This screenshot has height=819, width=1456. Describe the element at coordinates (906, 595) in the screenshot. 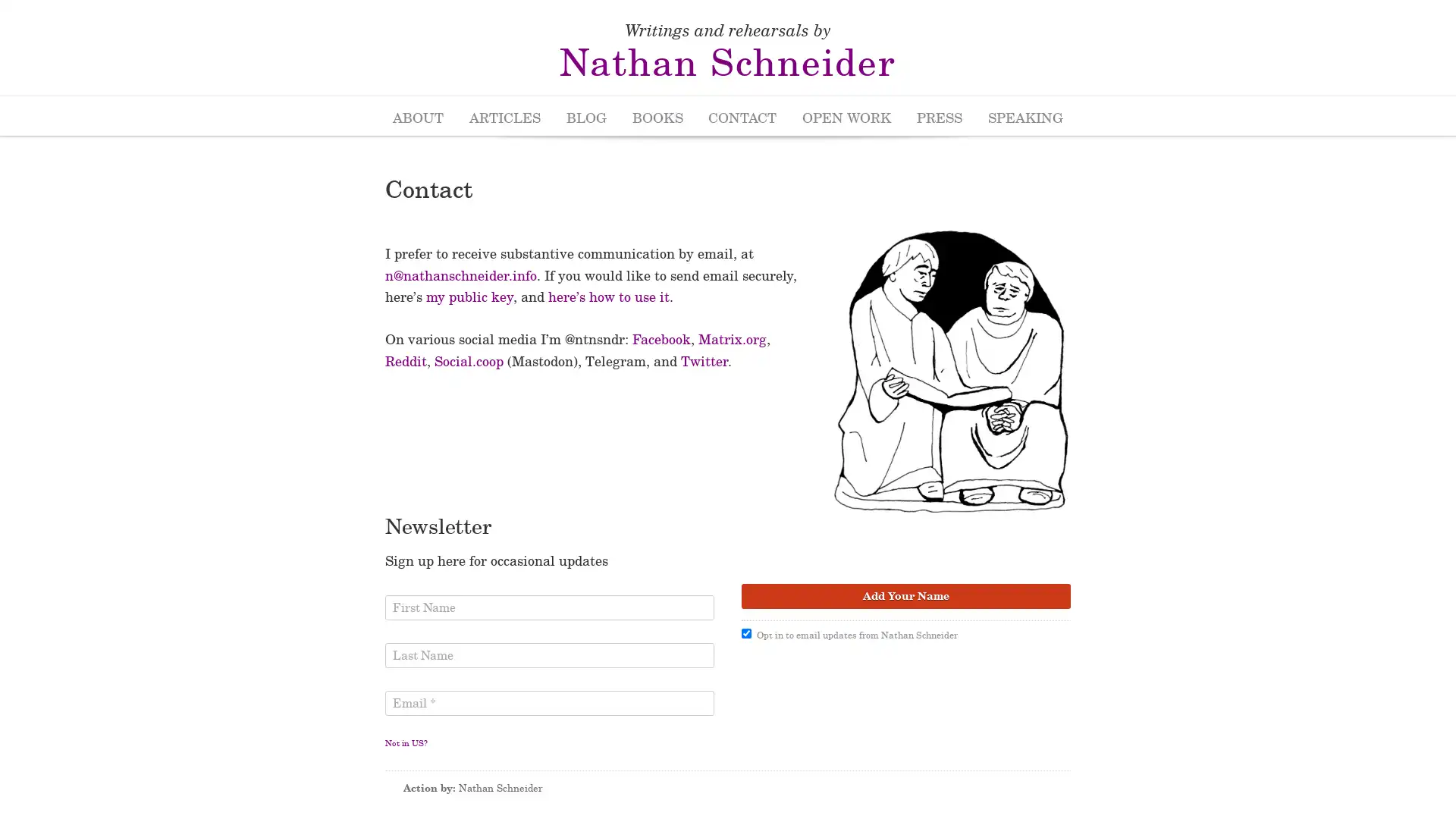

I see `Add Your Name` at that location.